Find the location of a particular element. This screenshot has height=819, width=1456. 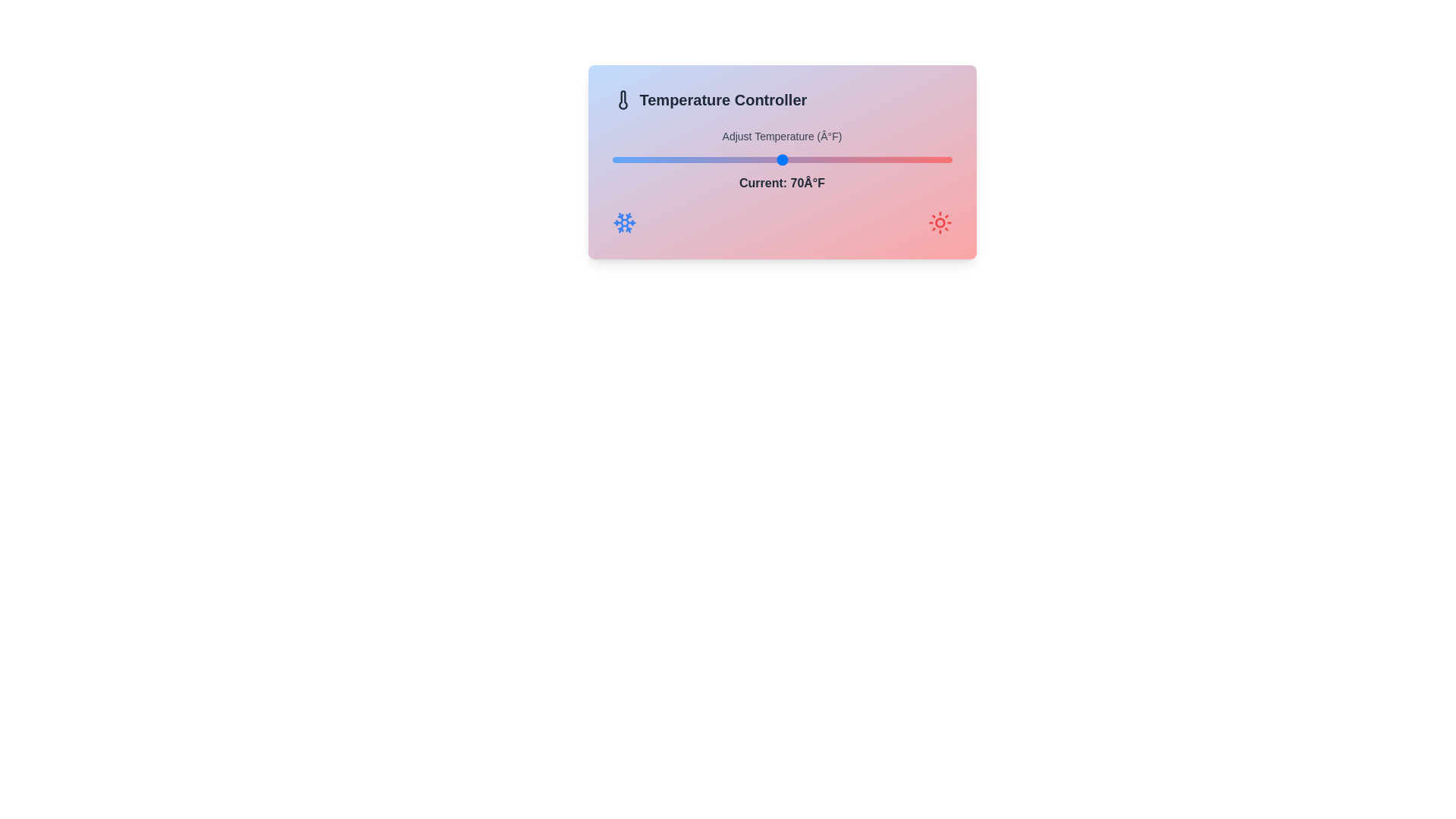

the temperature to 50 degrees Fahrenheit using the slider is located at coordinates (612, 160).